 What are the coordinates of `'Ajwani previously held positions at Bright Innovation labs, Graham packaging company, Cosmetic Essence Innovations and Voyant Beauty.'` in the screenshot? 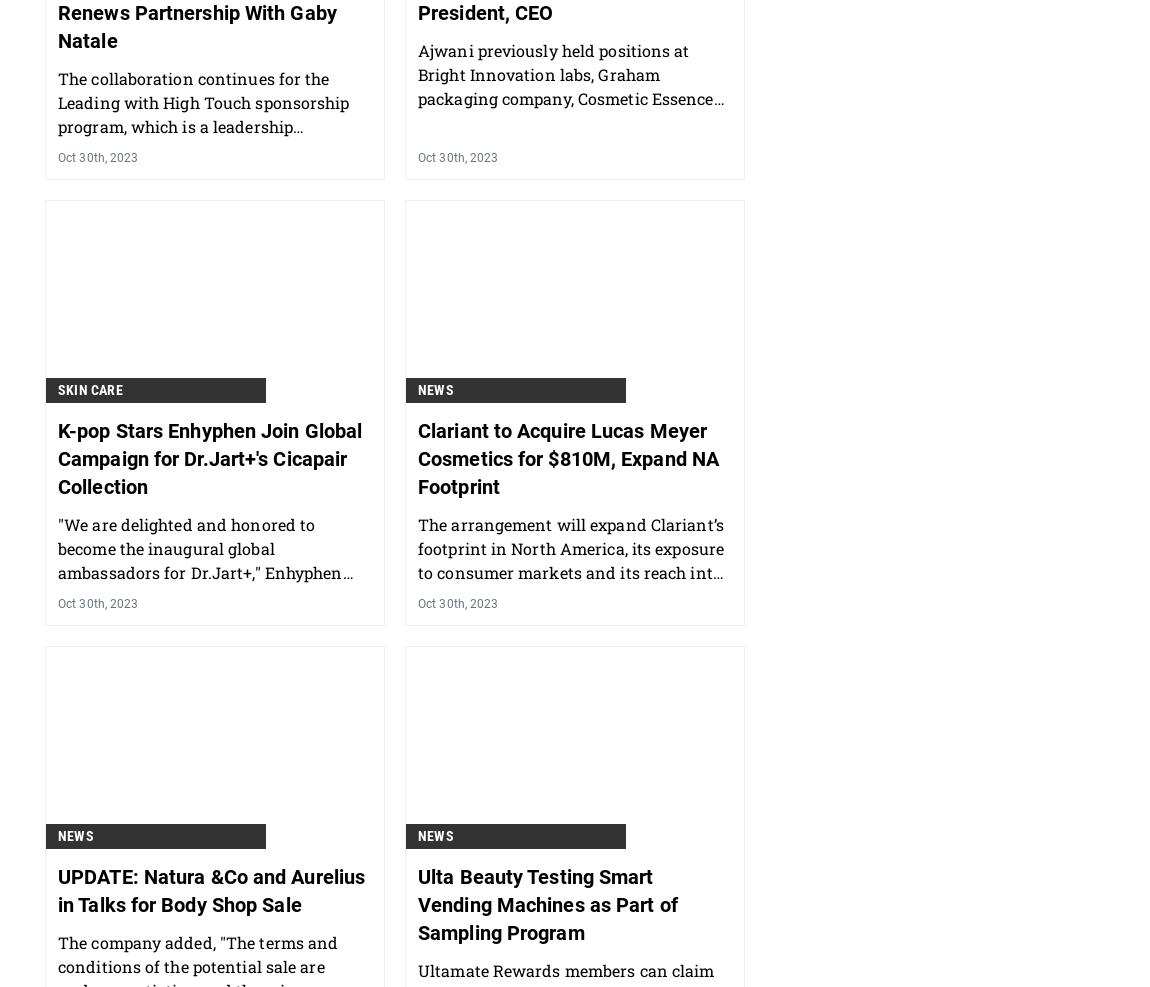 It's located at (565, 189).